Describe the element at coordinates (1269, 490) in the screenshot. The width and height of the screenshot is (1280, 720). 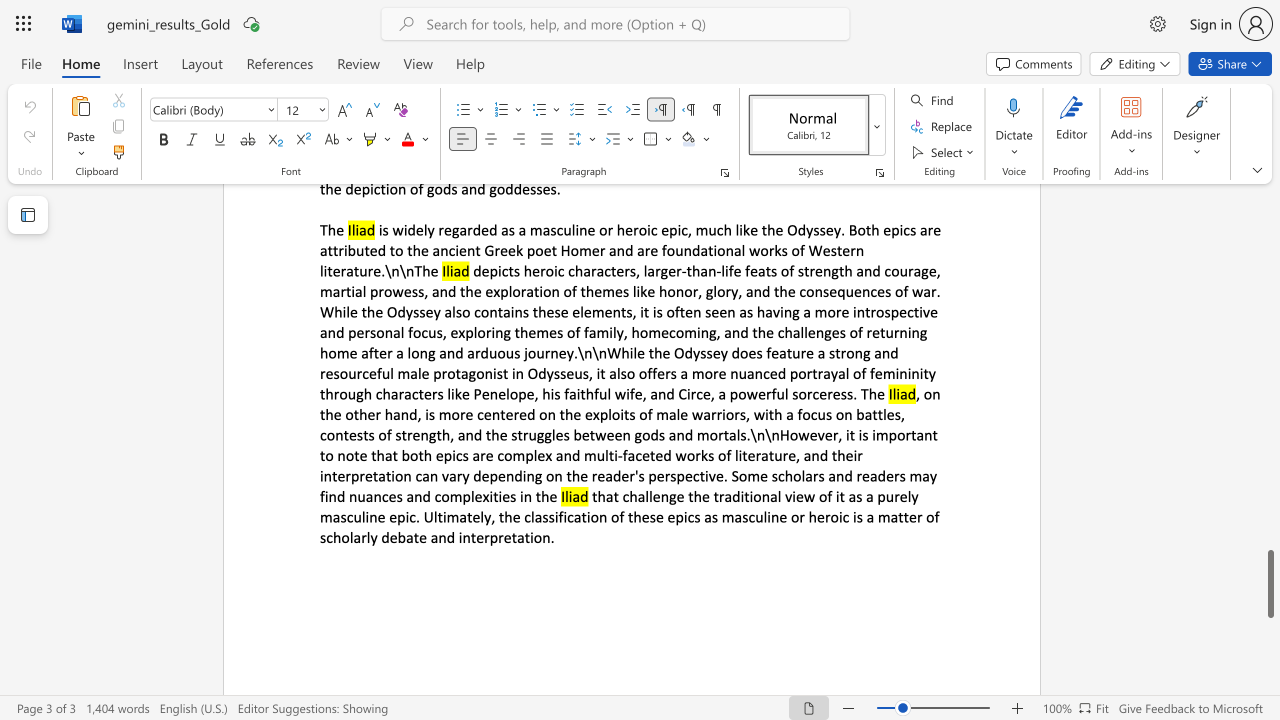
I see `the scrollbar to scroll the page up` at that location.